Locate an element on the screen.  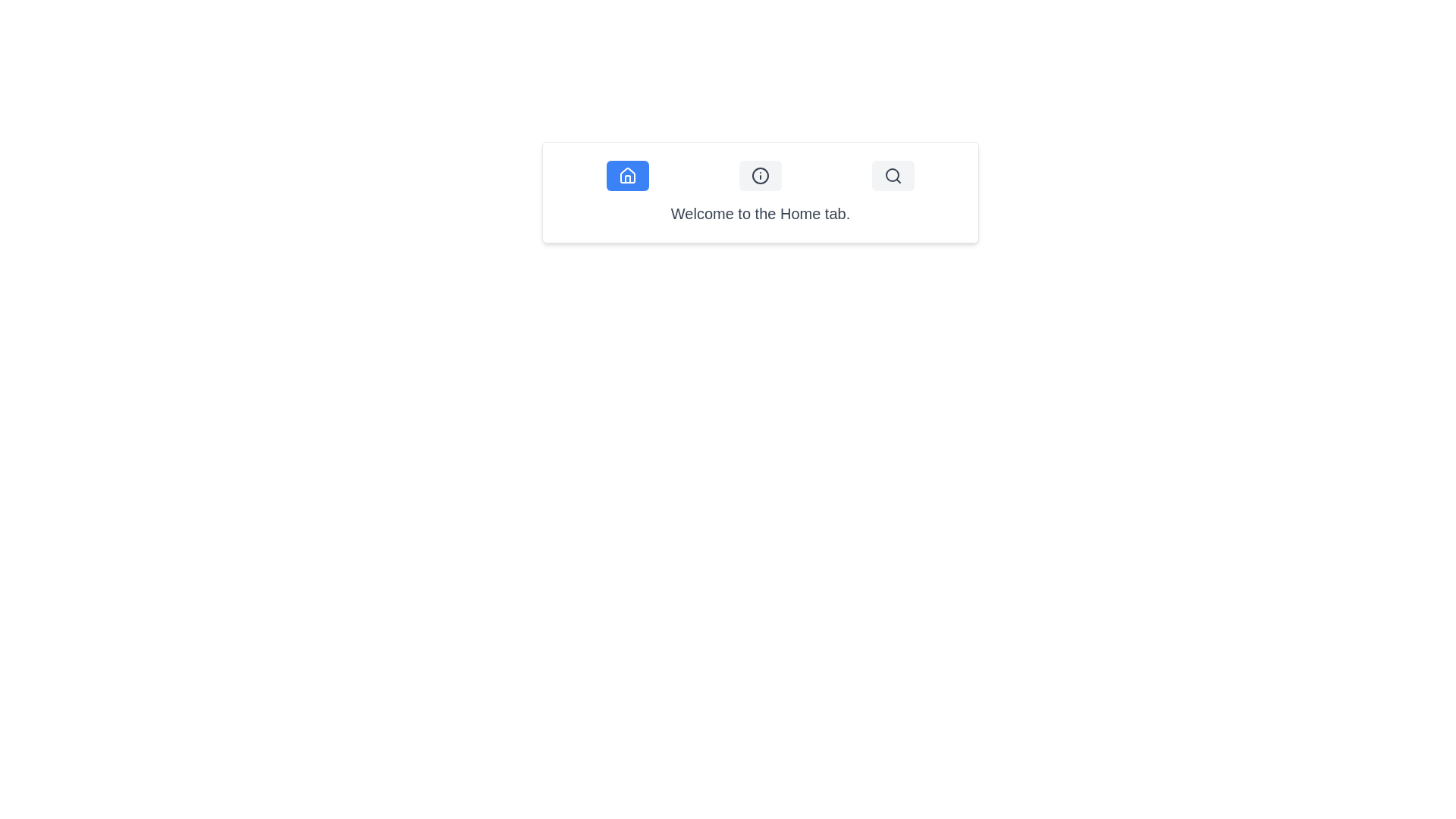
the middle button in the horizontal row of three buttons, which provides information or help related to the current context is located at coordinates (761, 174).